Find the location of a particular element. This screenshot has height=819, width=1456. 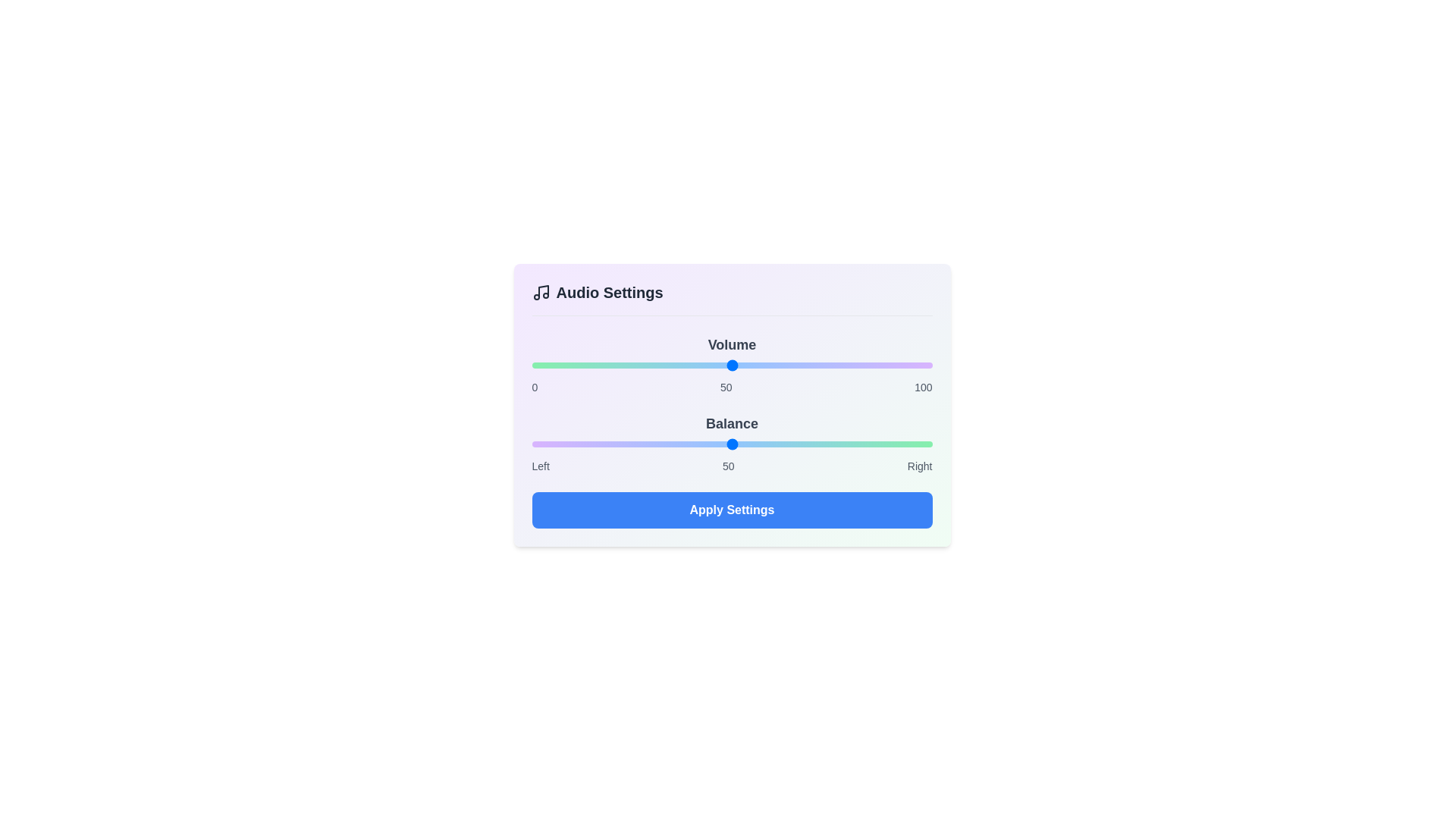

the volume level is located at coordinates (687, 366).